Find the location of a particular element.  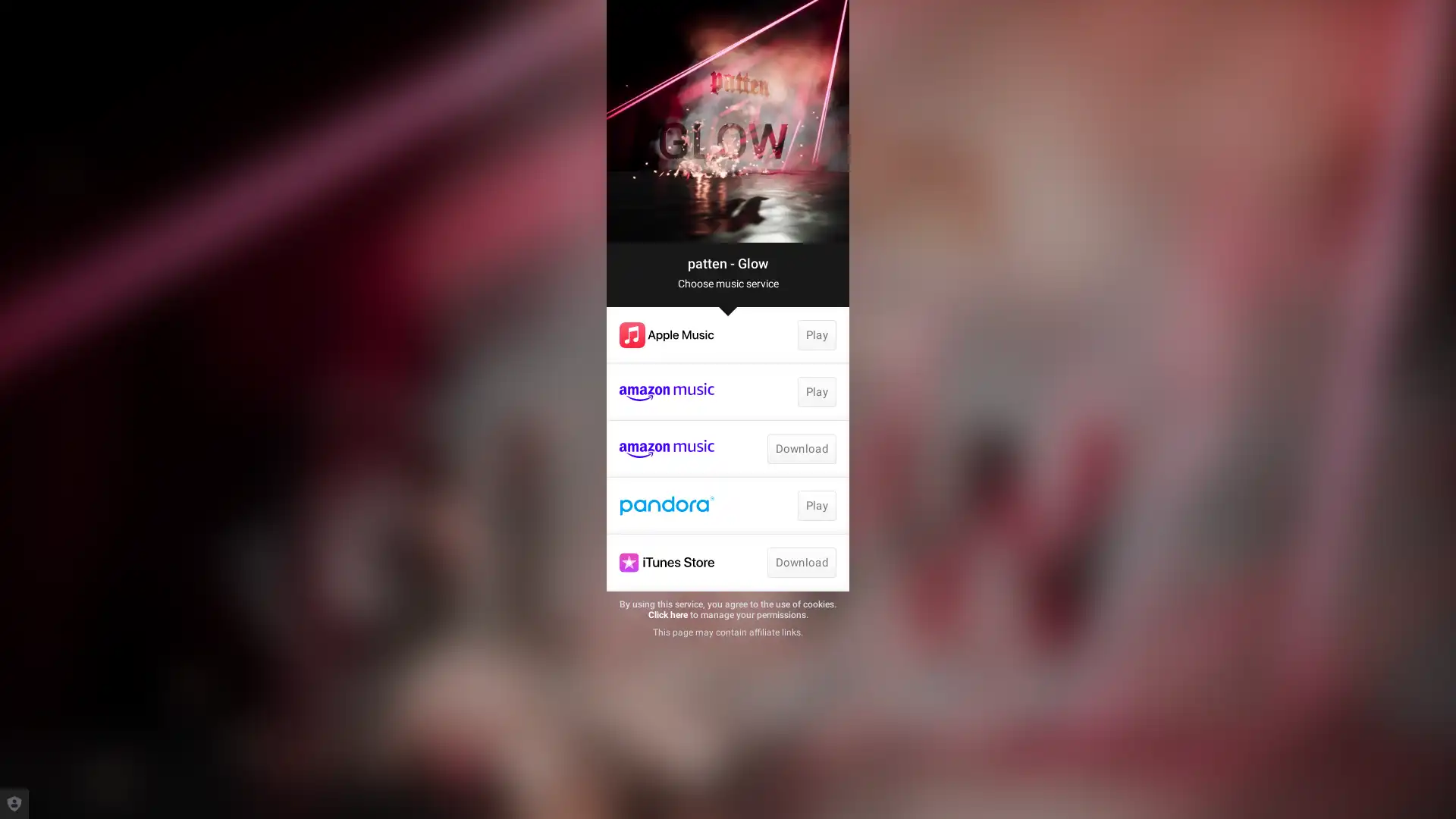

Download is located at coordinates (800, 562).